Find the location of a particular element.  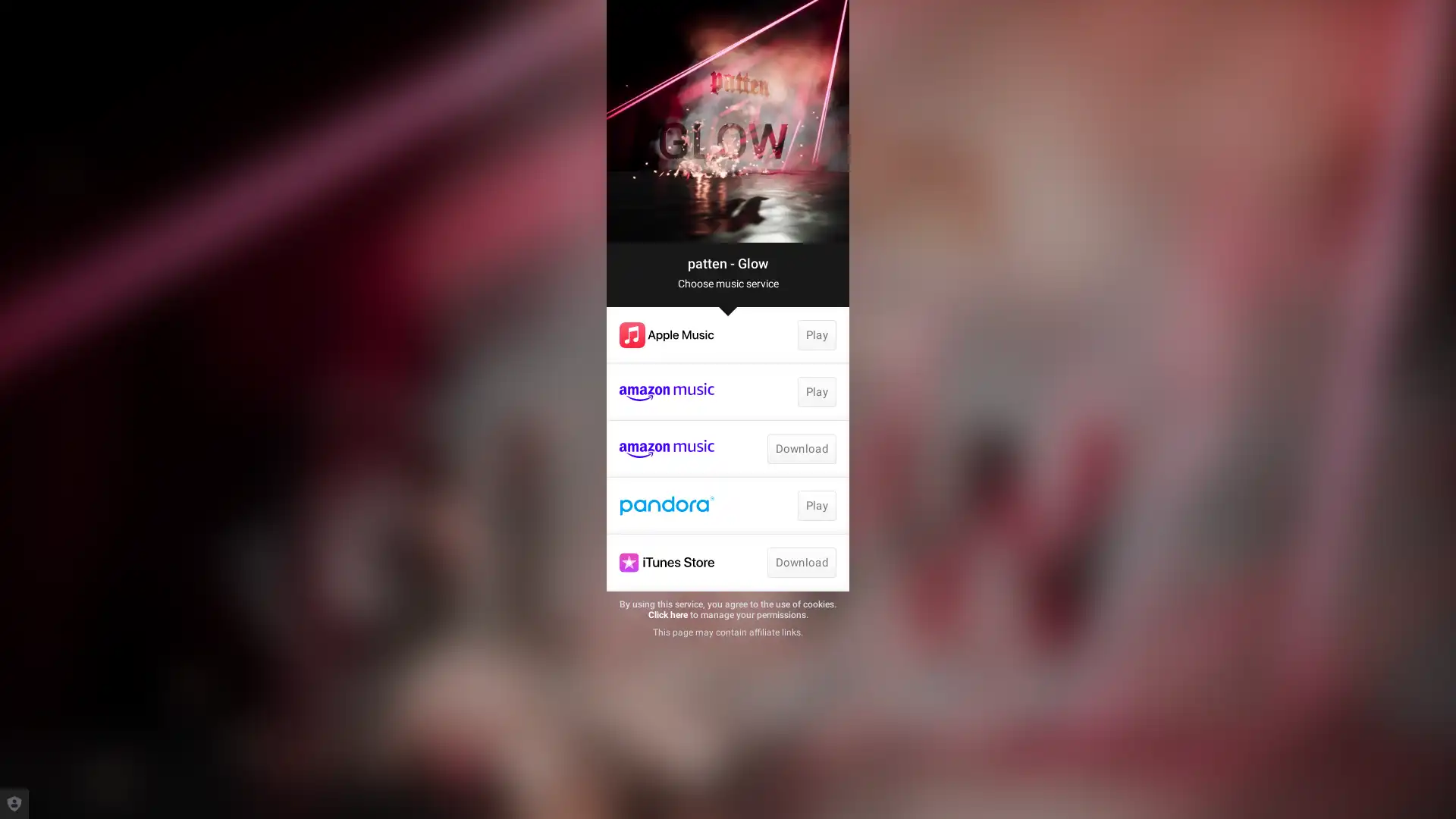

Download is located at coordinates (800, 562).